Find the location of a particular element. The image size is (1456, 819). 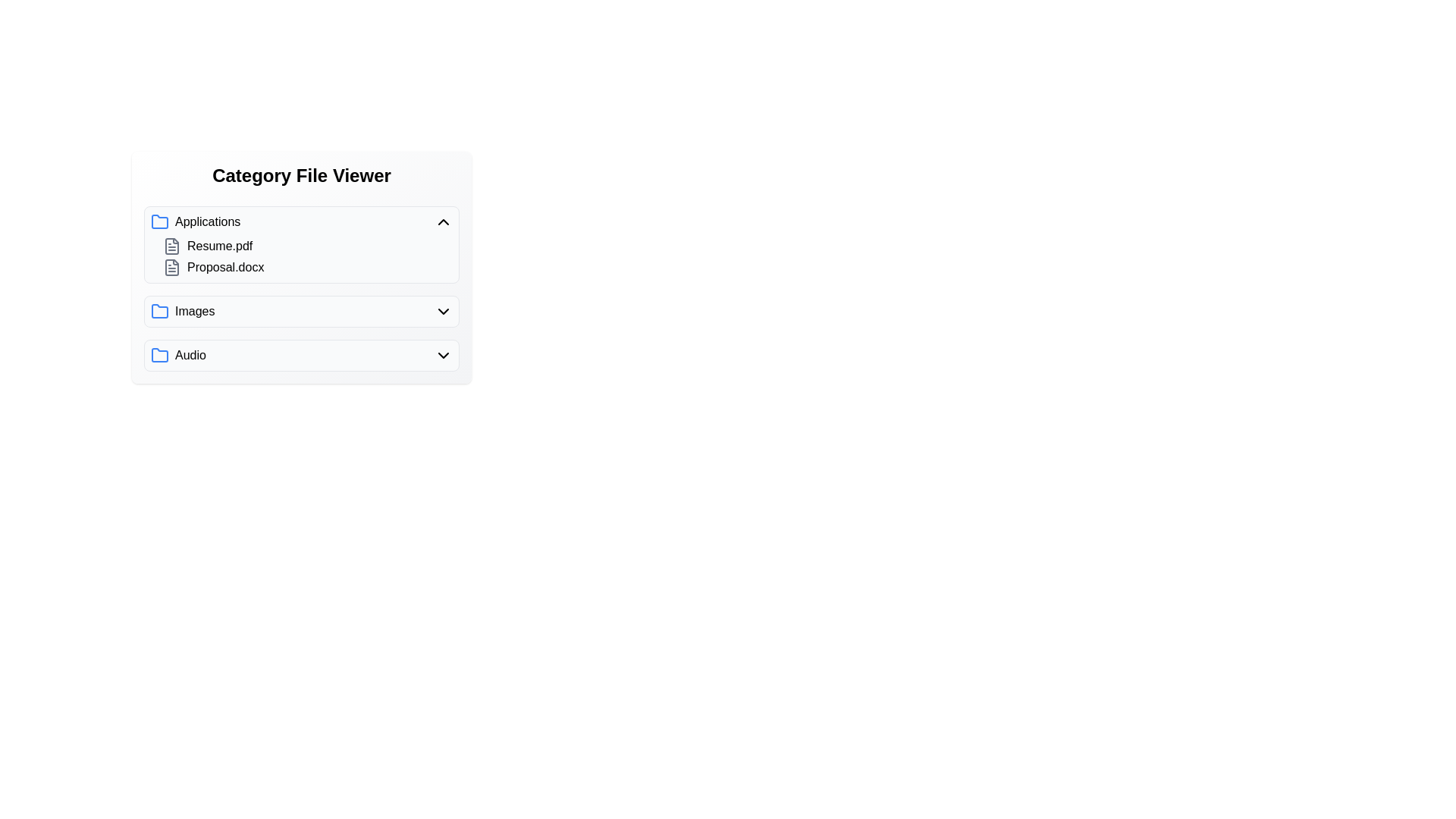

the file text 'Resume.pdf' to highlight it is located at coordinates (171, 245).